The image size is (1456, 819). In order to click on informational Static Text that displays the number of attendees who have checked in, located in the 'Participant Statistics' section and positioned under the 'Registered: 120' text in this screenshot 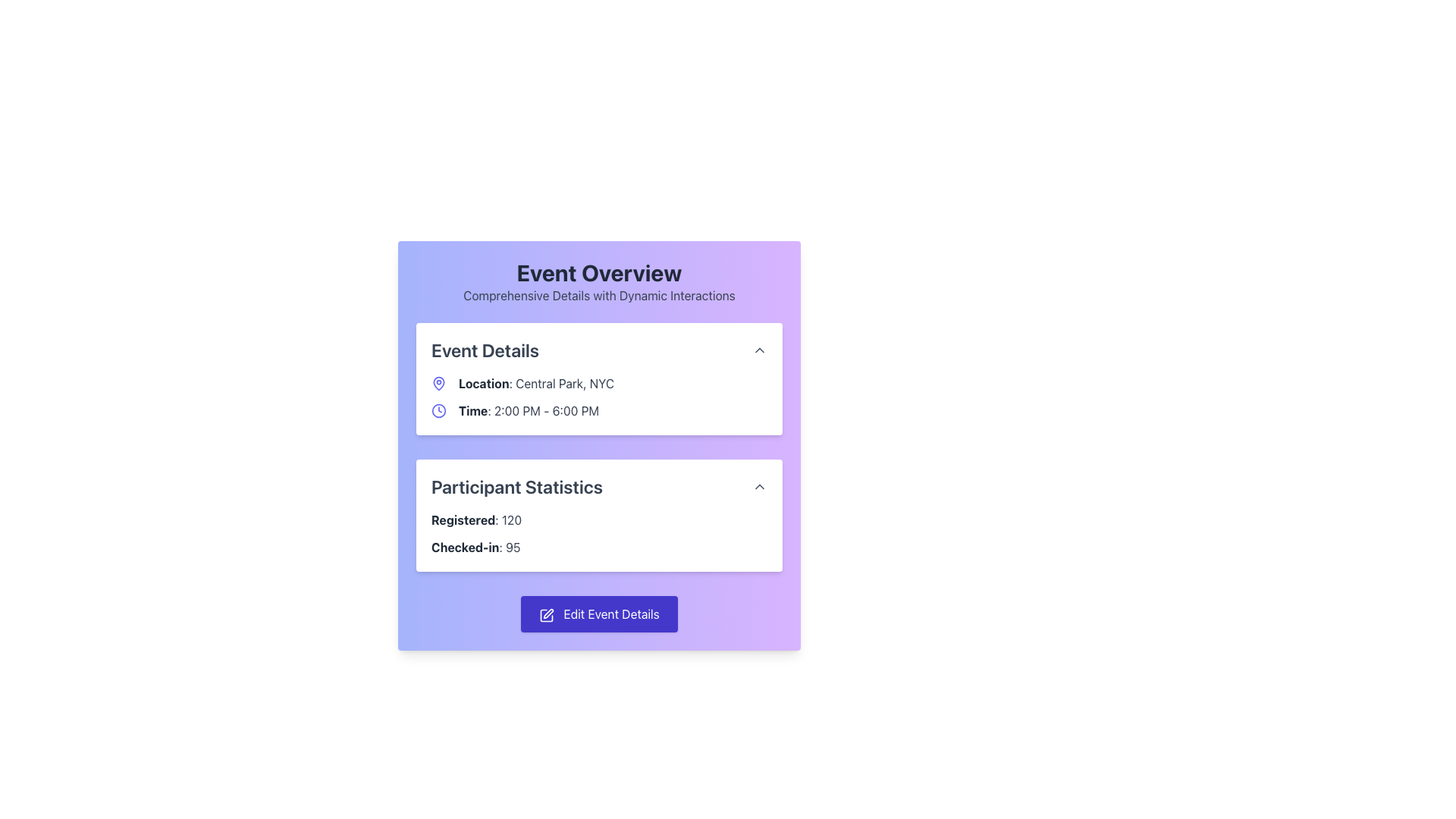, I will do `click(475, 547)`.